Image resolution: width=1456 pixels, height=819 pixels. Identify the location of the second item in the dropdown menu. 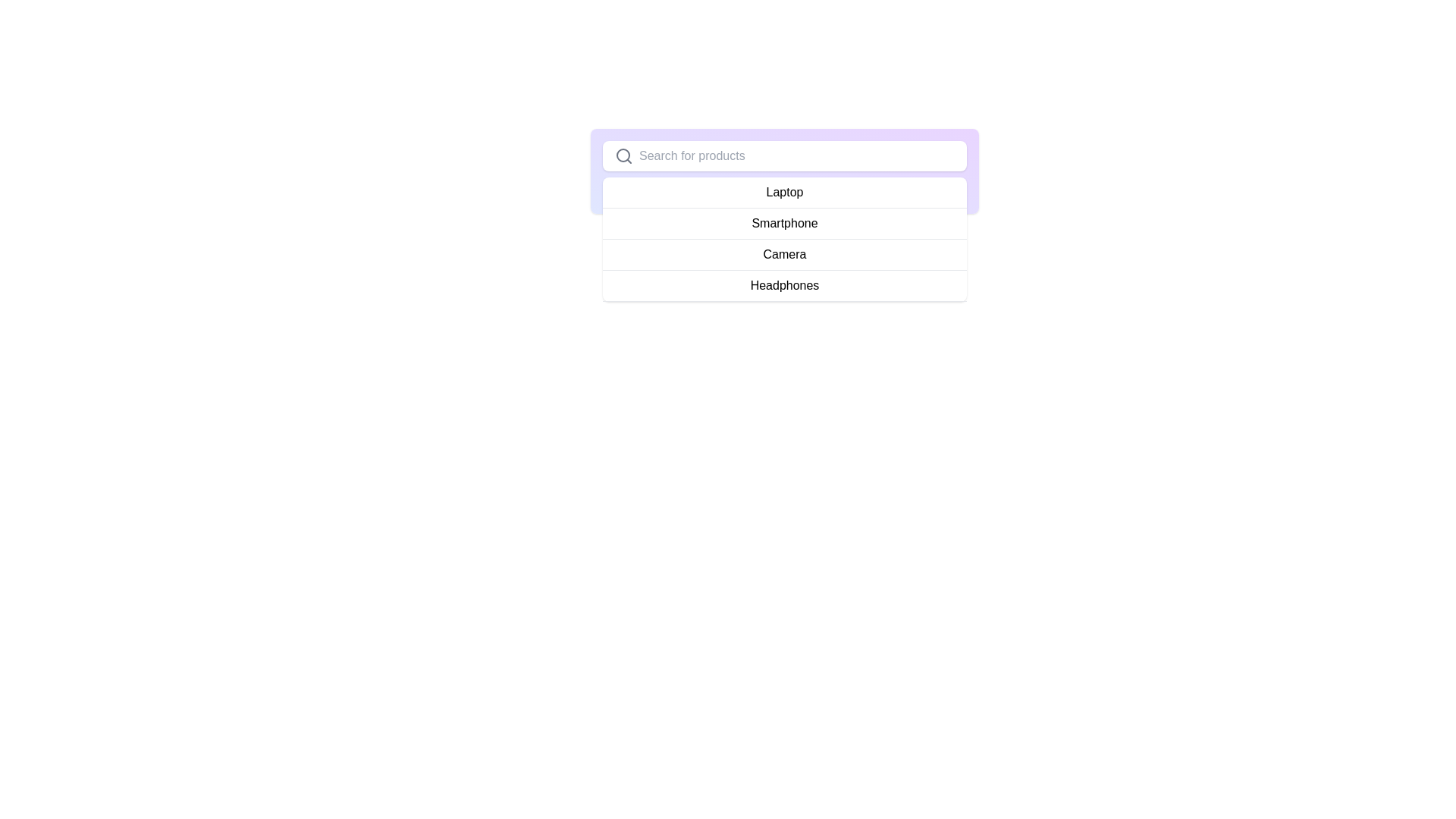
(785, 223).